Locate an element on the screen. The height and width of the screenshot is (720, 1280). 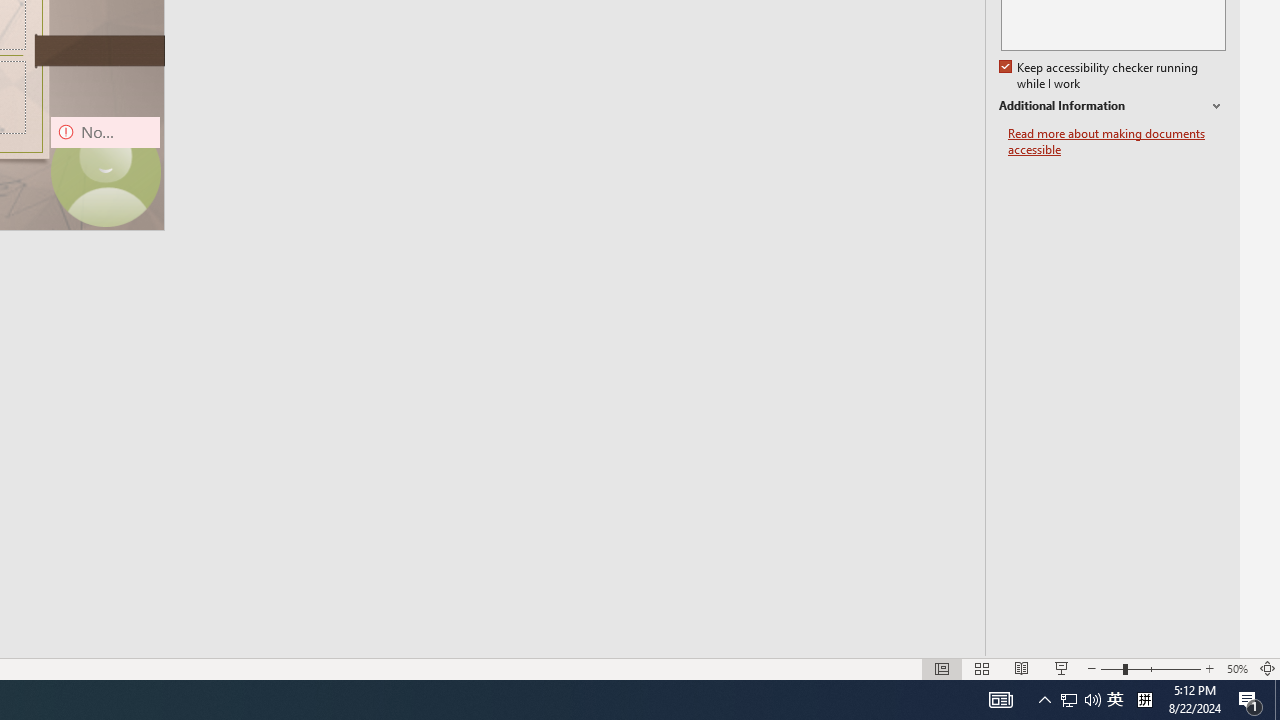
'Additional Information' is located at coordinates (1111, 106).